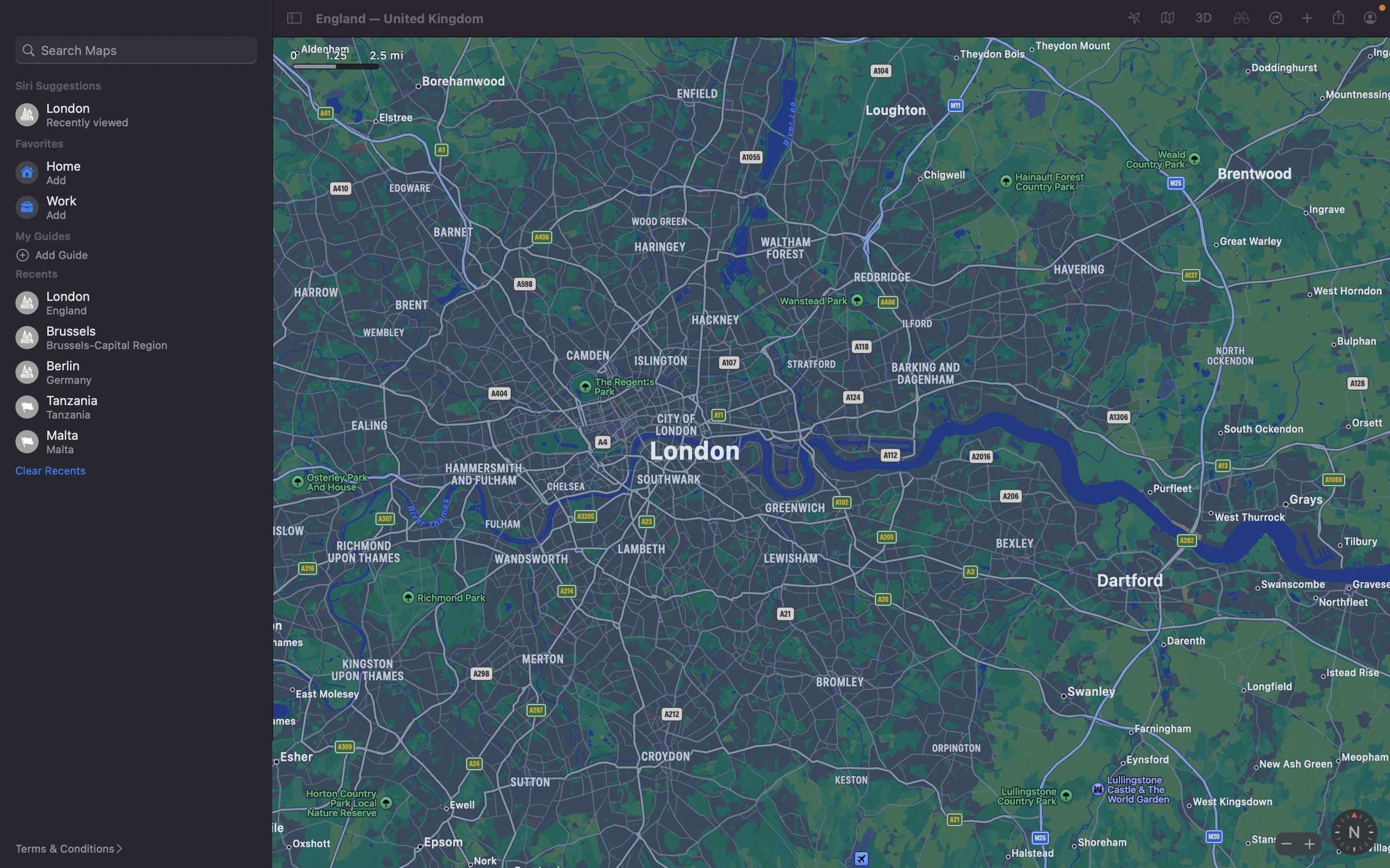  Describe the element at coordinates (1285, 843) in the screenshot. I see `Minimize the map view` at that location.